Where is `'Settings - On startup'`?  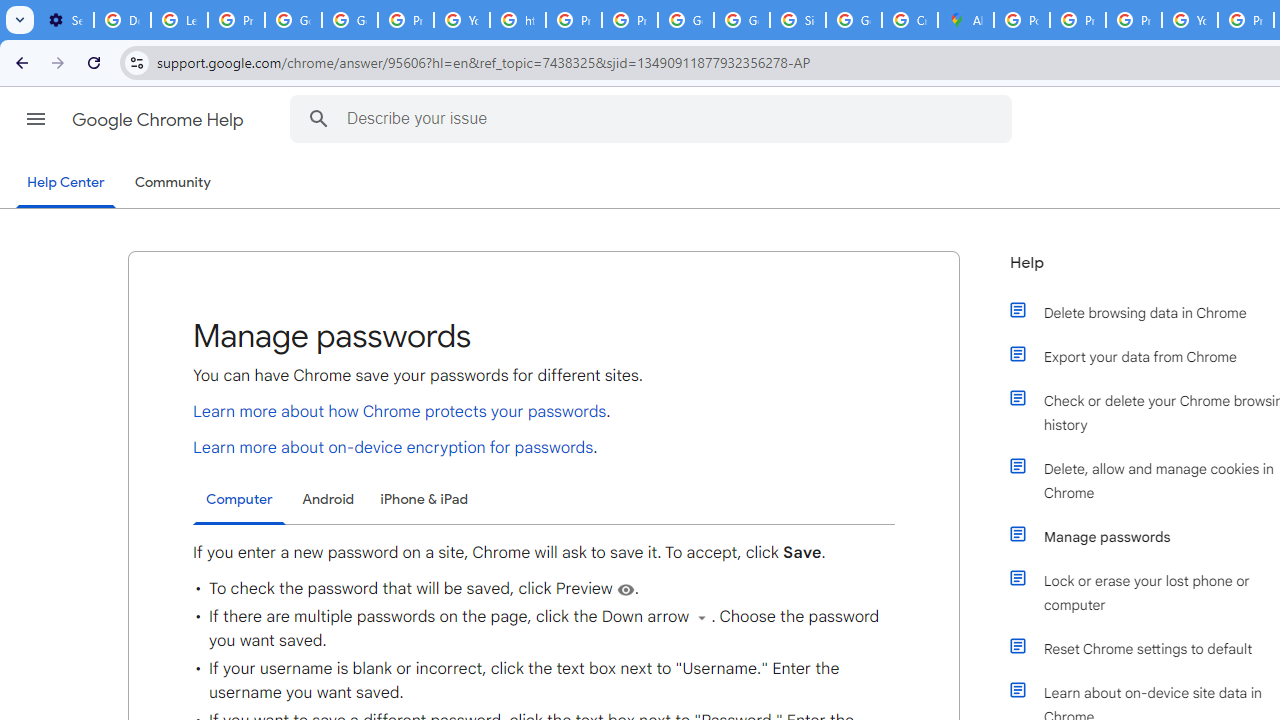 'Settings - On startup' is located at coordinates (65, 20).